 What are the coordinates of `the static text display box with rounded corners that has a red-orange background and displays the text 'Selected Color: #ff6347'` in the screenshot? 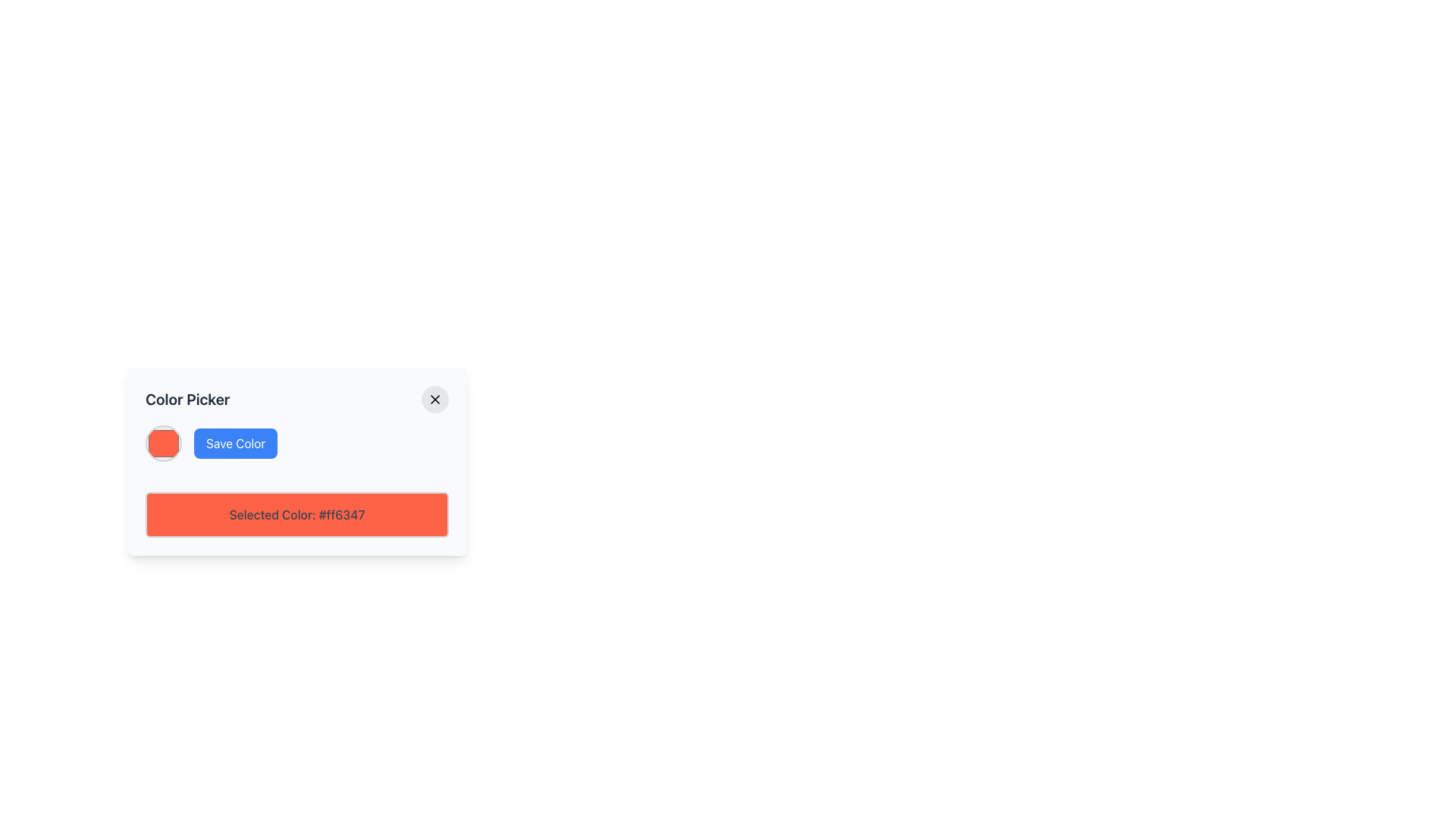 It's located at (297, 513).